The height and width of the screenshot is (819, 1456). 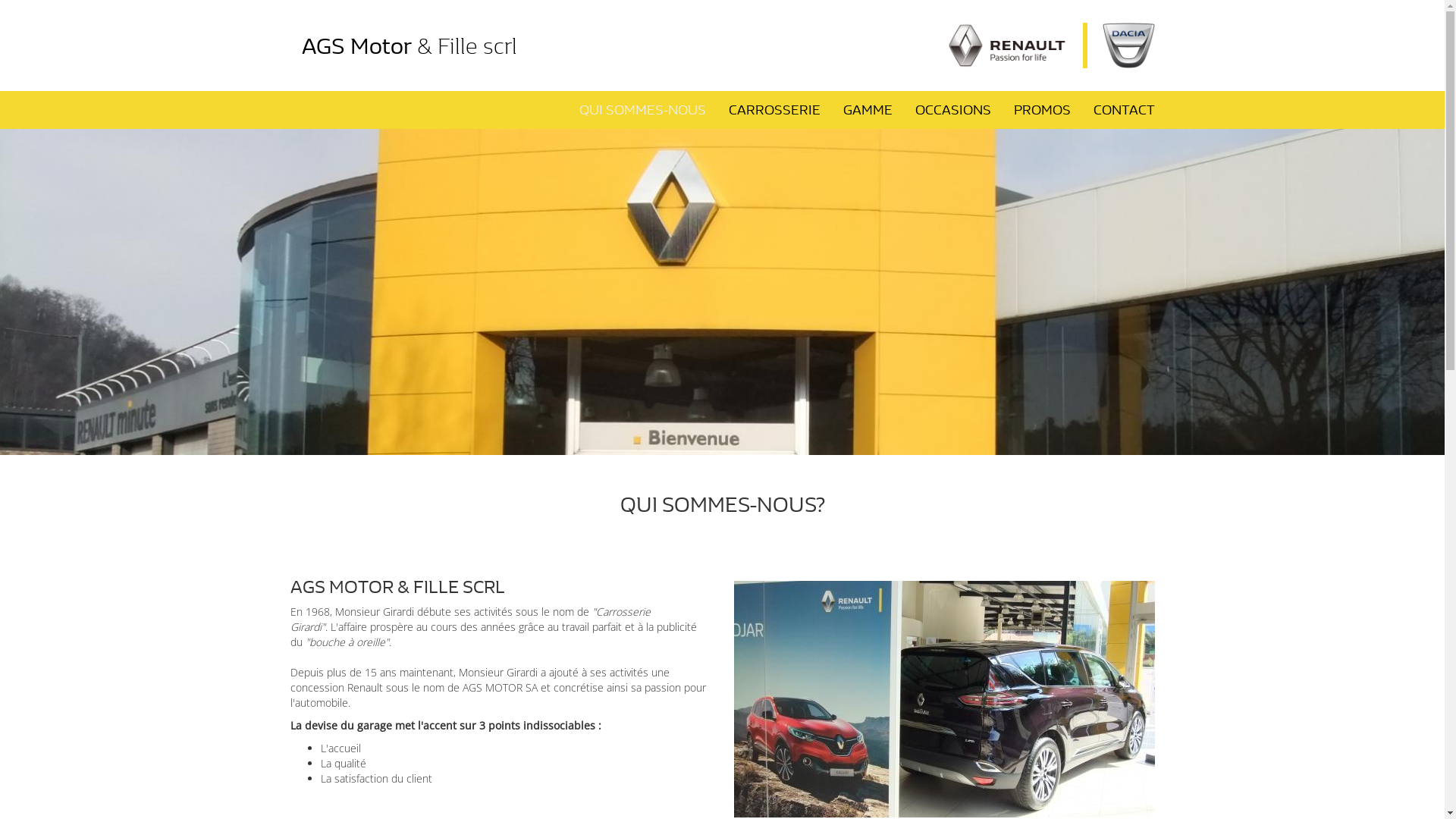 I want to click on 'GAMME', so click(x=867, y=109).